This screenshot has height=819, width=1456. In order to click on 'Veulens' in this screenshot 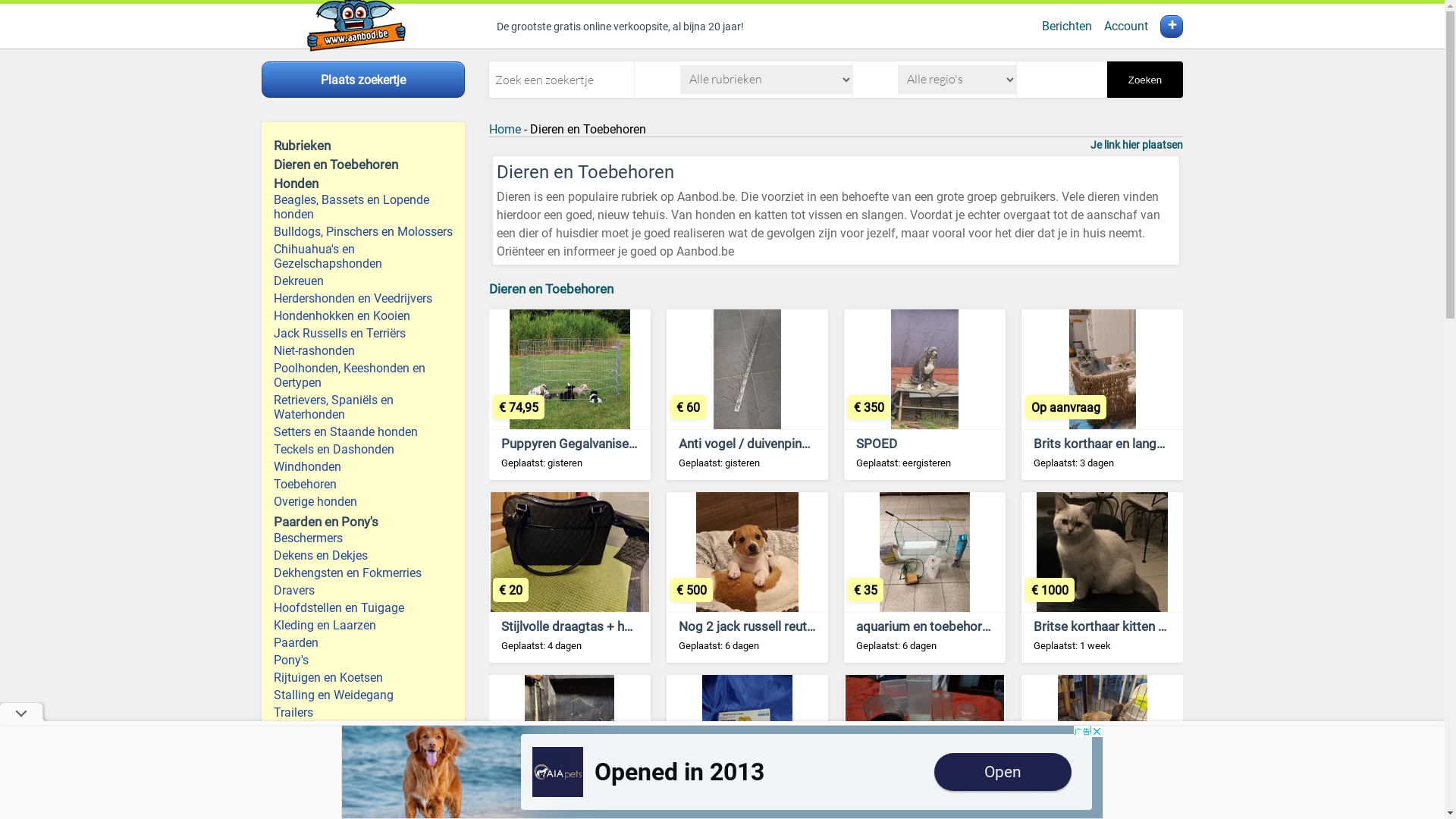, I will do `click(362, 764)`.